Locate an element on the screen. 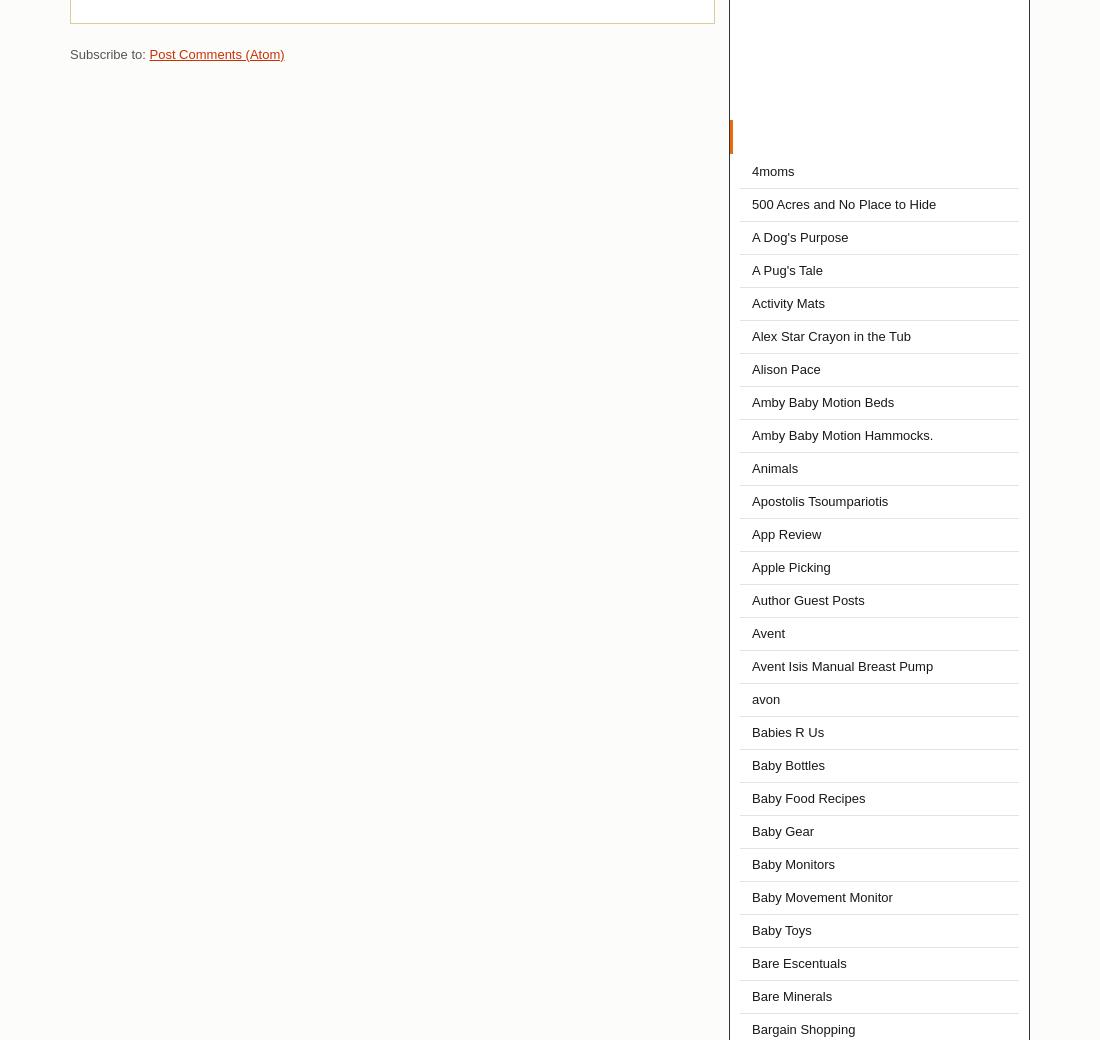  'Apostolis Tsoumpariotis' is located at coordinates (750, 501).